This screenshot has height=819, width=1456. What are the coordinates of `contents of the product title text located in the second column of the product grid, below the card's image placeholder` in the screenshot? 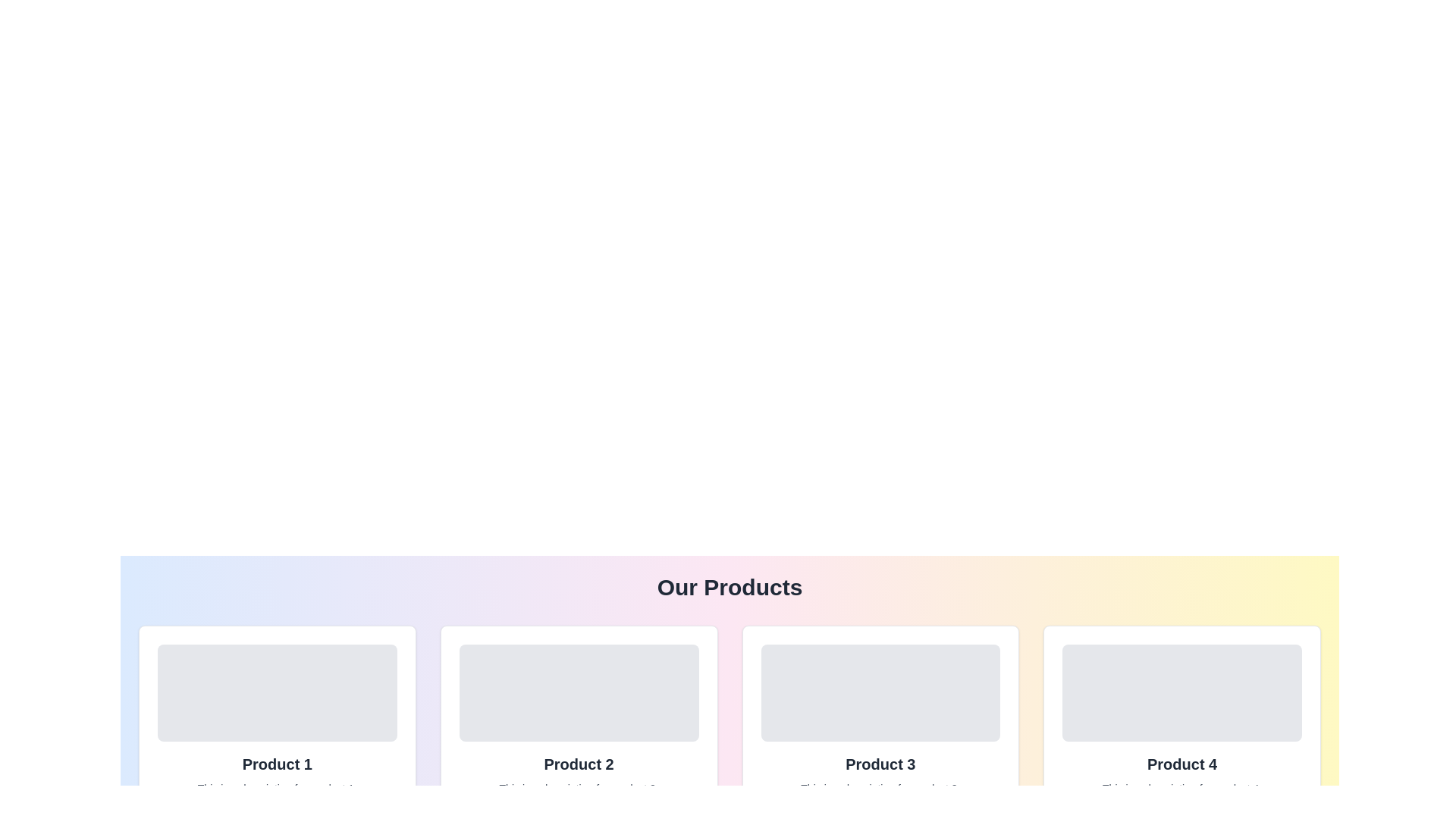 It's located at (578, 764).